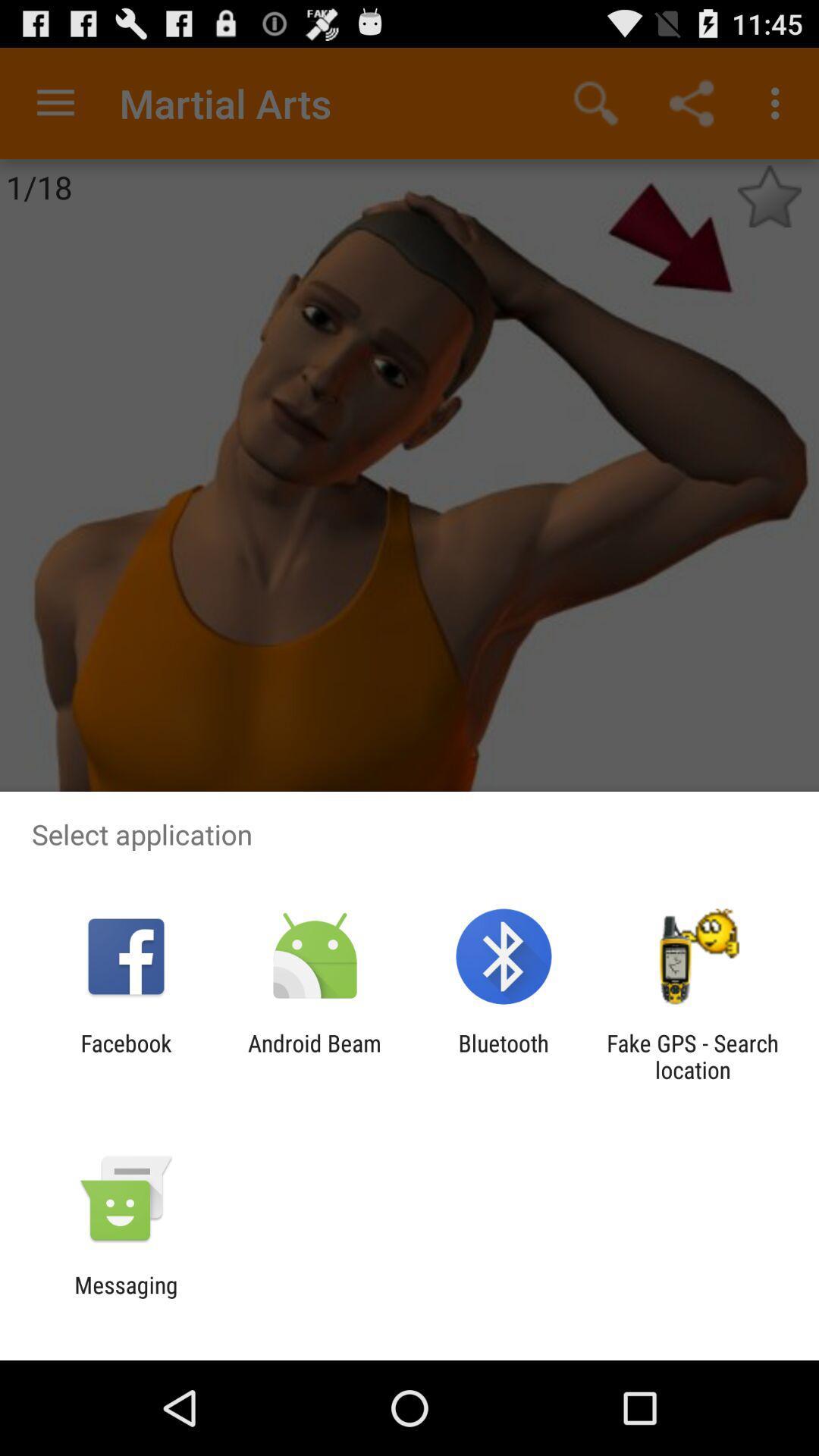 Image resolution: width=819 pixels, height=1456 pixels. Describe the element at coordinates (692, 1056) in the screenshot. I see `app to the right of the bluetooth` at that location.